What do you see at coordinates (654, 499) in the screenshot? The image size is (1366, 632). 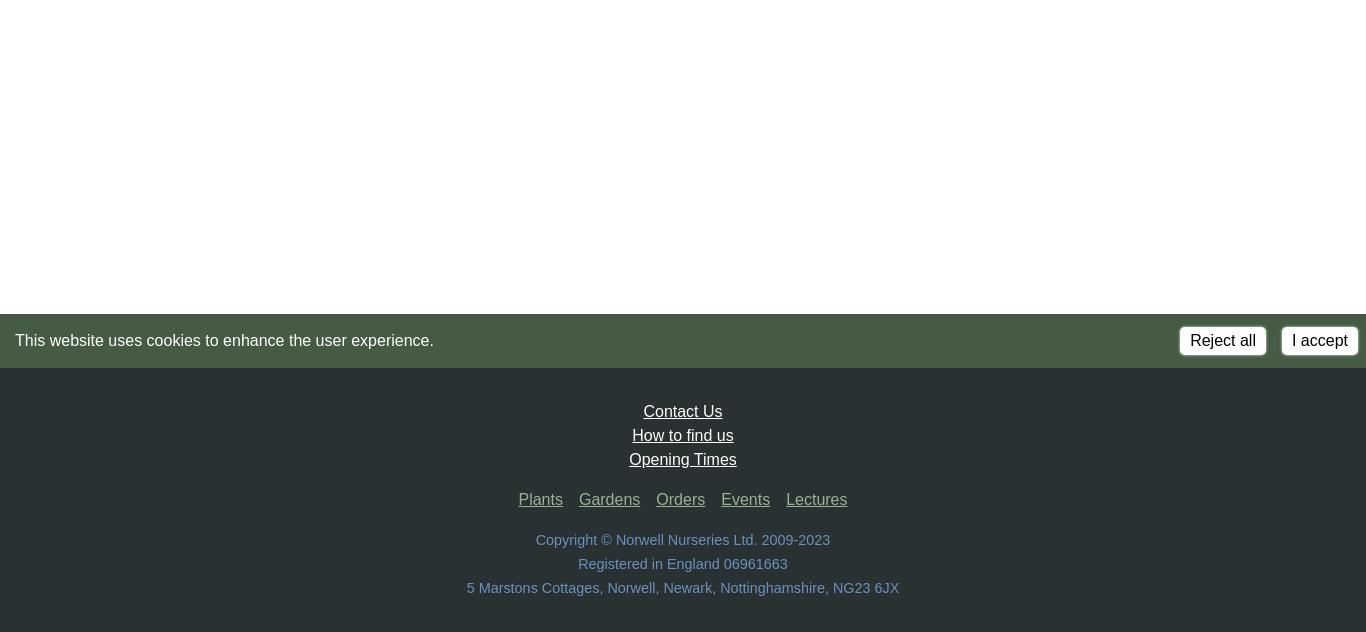 I see `'Orders'` at bounding box center [654, 499].